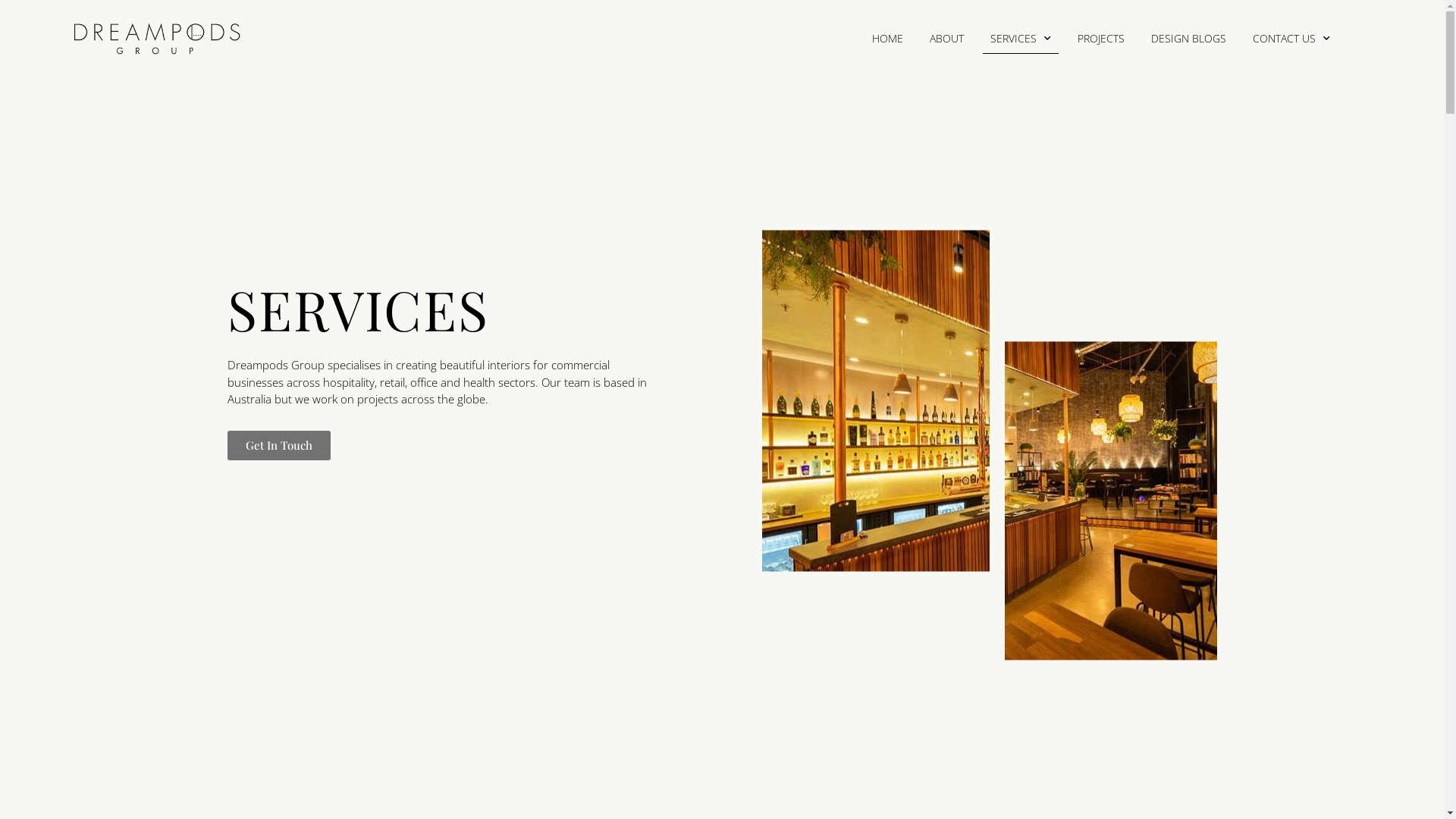  Describe the element at coordinates (226, 444) in the screenshot. I see `'Get In Touch'` at that location.